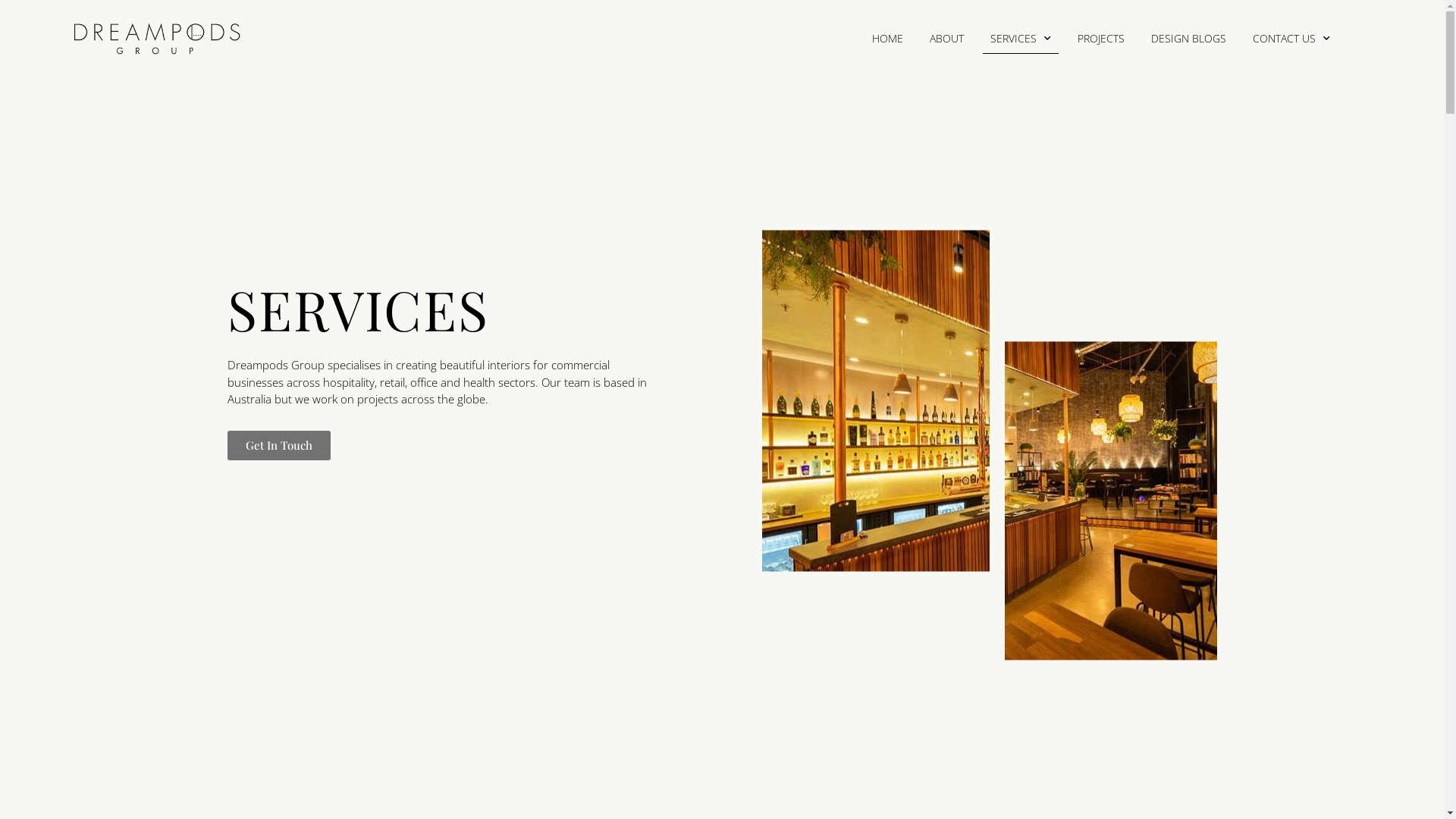  Describe the element at coordinates (226, 444) in the screenshot. I see `'Get In Touch'` at that location.